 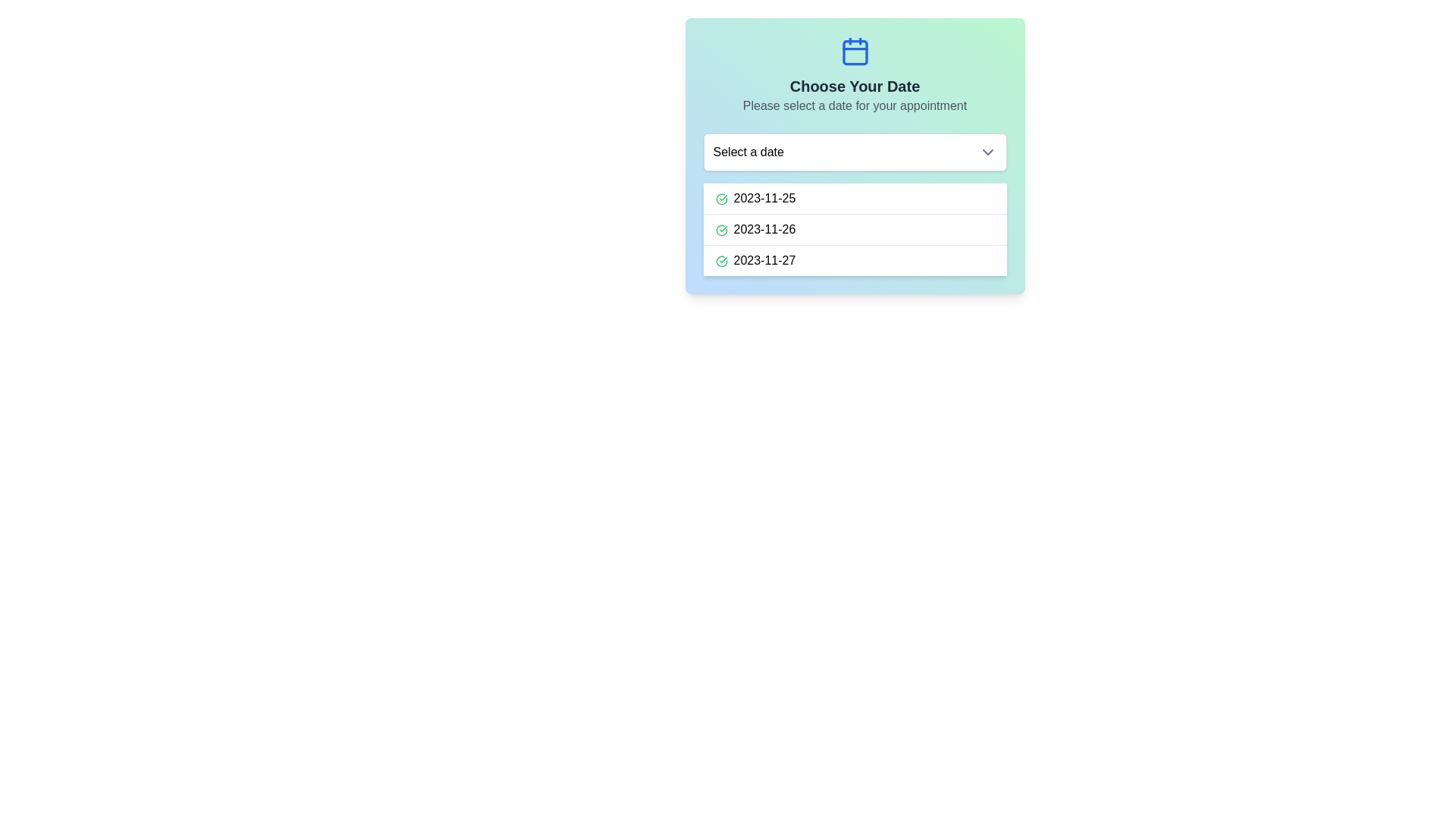 I want to click on the calendar selection icon located at the top-center of the 'Choose Your Date' dialog box, directly above the heading text, so click(x=855, y=51).